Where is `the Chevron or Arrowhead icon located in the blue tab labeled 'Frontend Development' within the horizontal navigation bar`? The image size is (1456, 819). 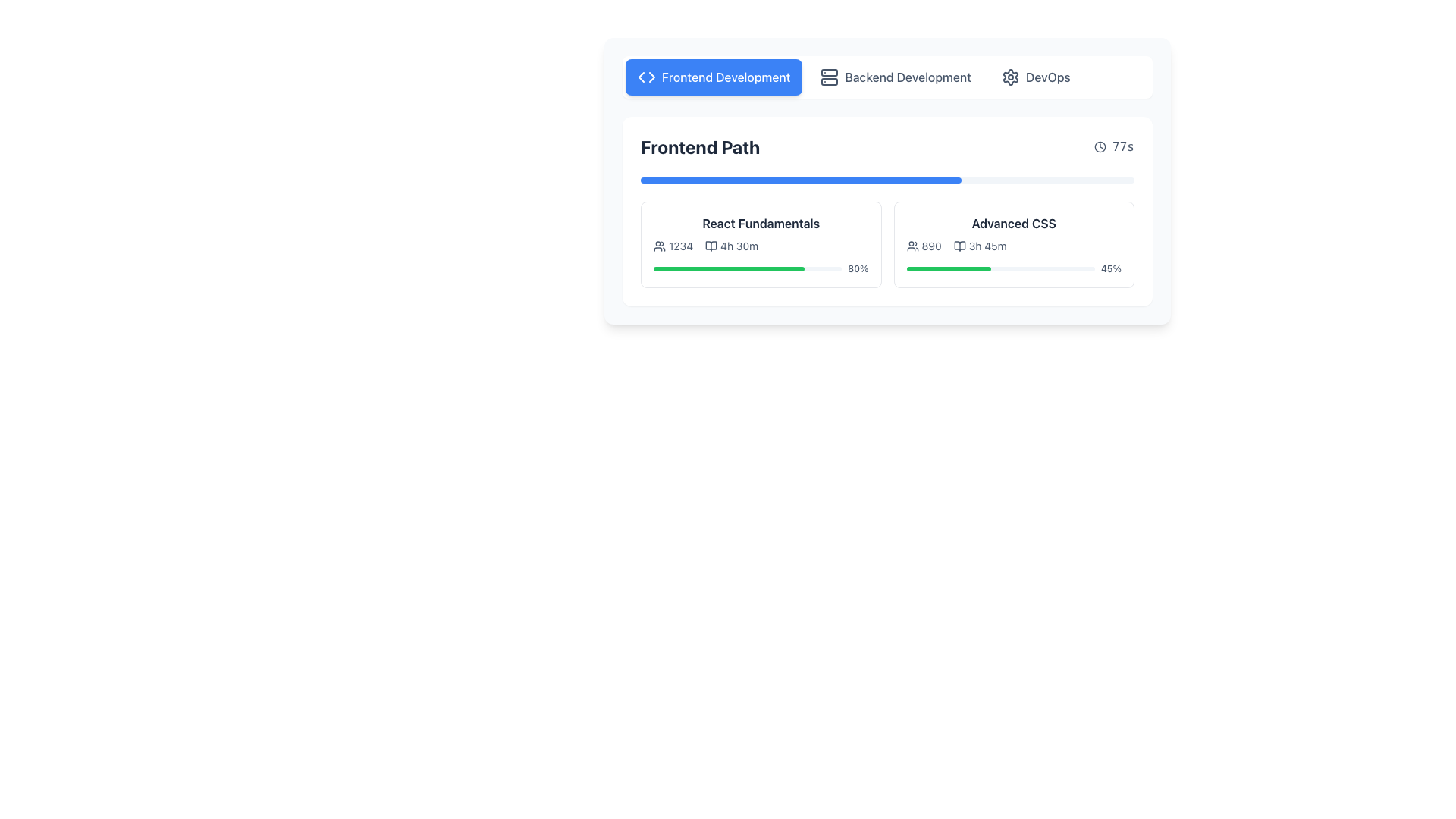 the Chevron or Arrowhead icon located in the blue tab labeled 'Frontend Development' within the horizontal navigation bar is located at coordinates (641, 77).